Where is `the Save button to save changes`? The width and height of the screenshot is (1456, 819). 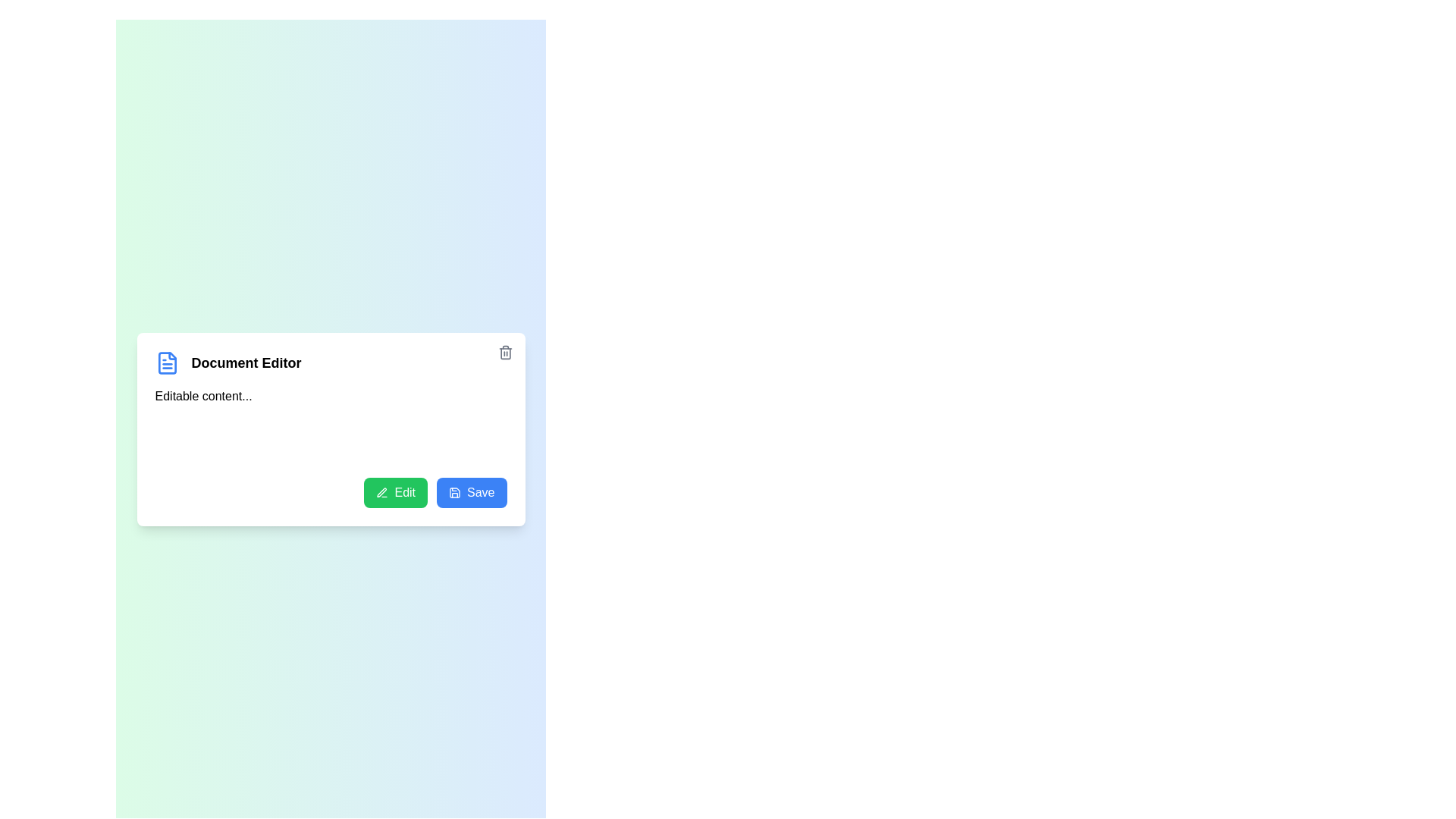 the Save button to save changes is located at coordinates (471, 492).